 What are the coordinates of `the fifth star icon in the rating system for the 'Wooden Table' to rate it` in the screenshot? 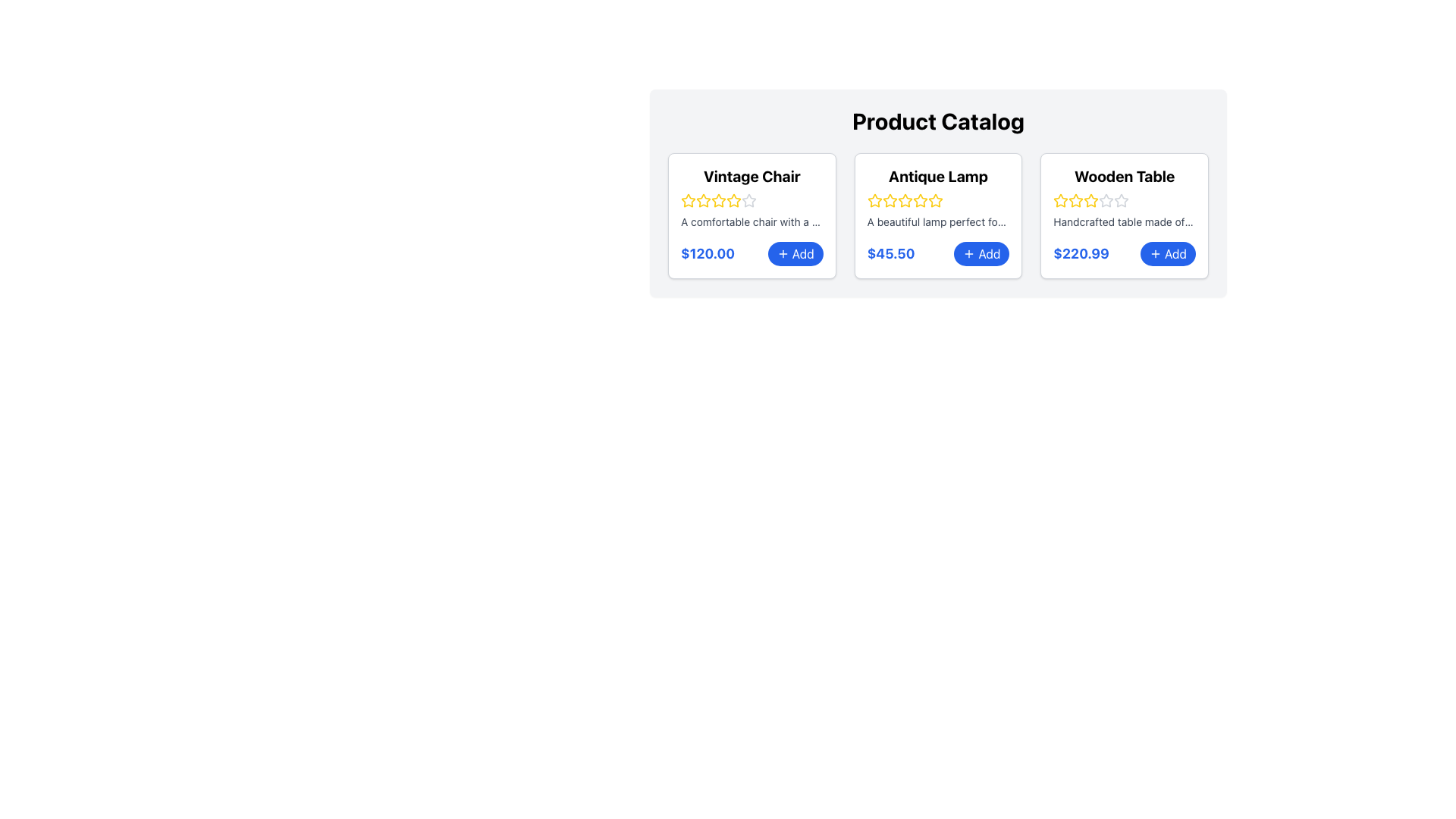 It's located at (1106, 200).